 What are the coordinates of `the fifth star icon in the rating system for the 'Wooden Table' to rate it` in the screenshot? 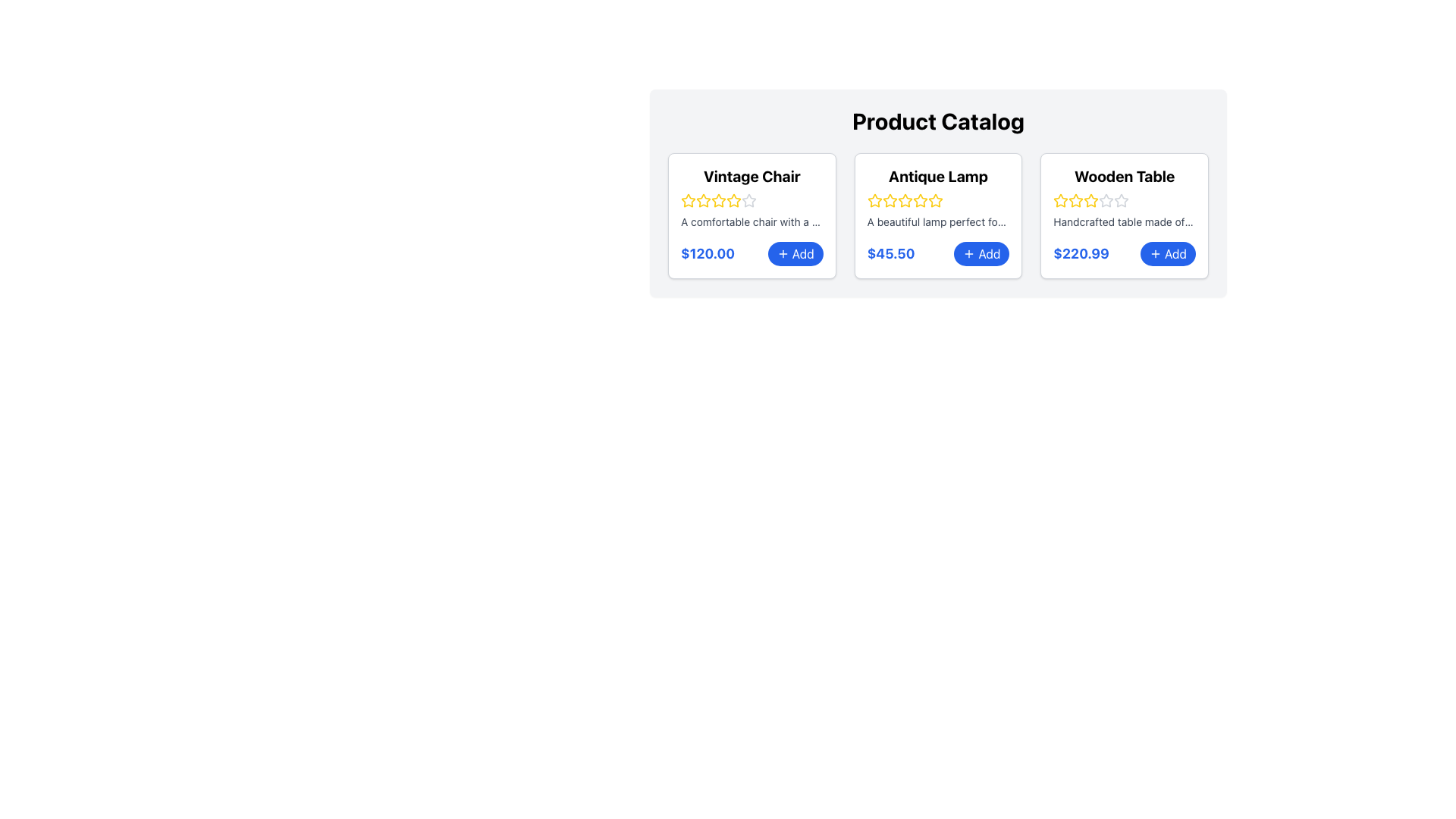 It's located at (1106, 200).